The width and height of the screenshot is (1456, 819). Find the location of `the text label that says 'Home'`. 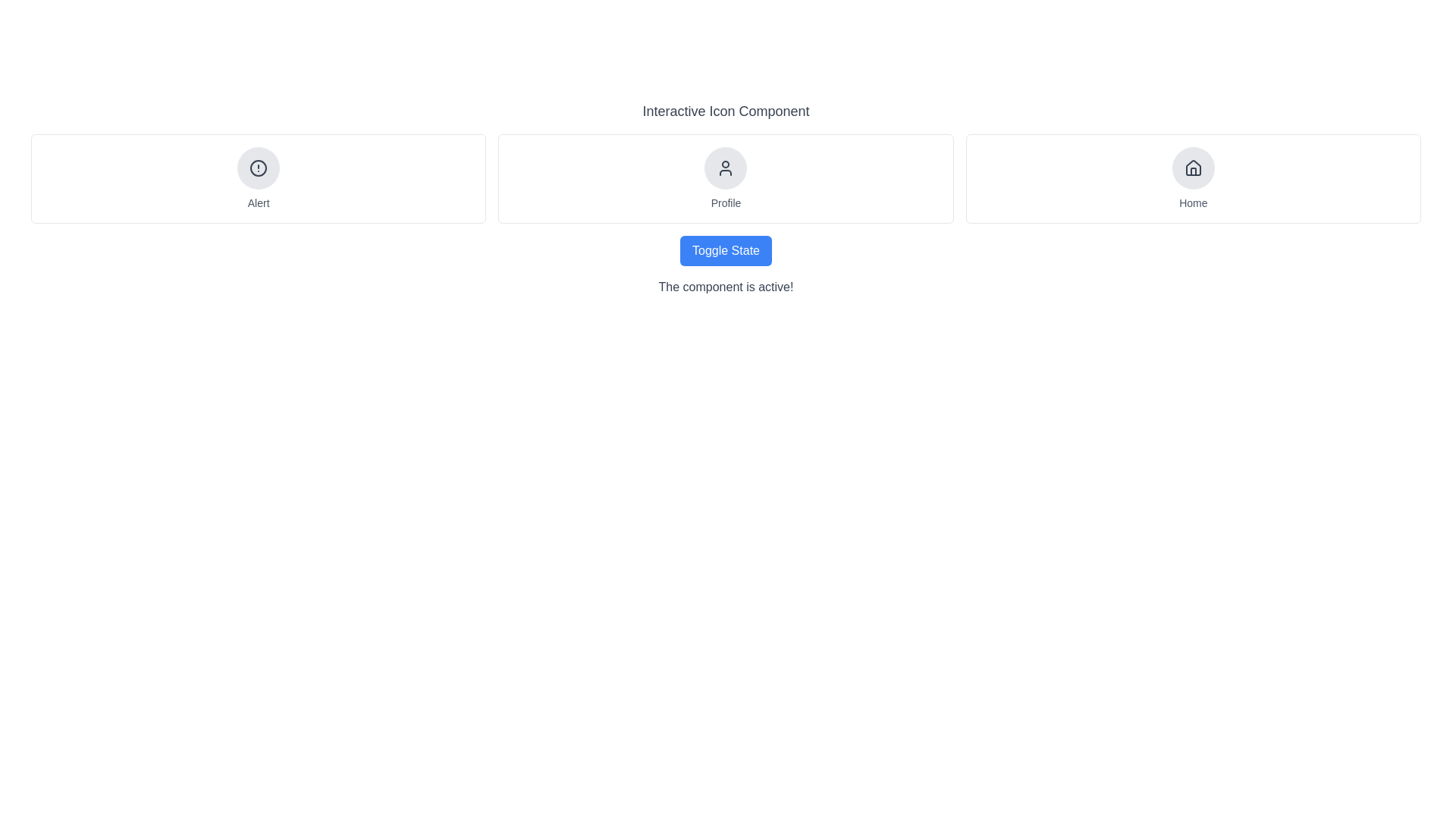

the text label that says 'Home' is located at coordinates (1192, 202).